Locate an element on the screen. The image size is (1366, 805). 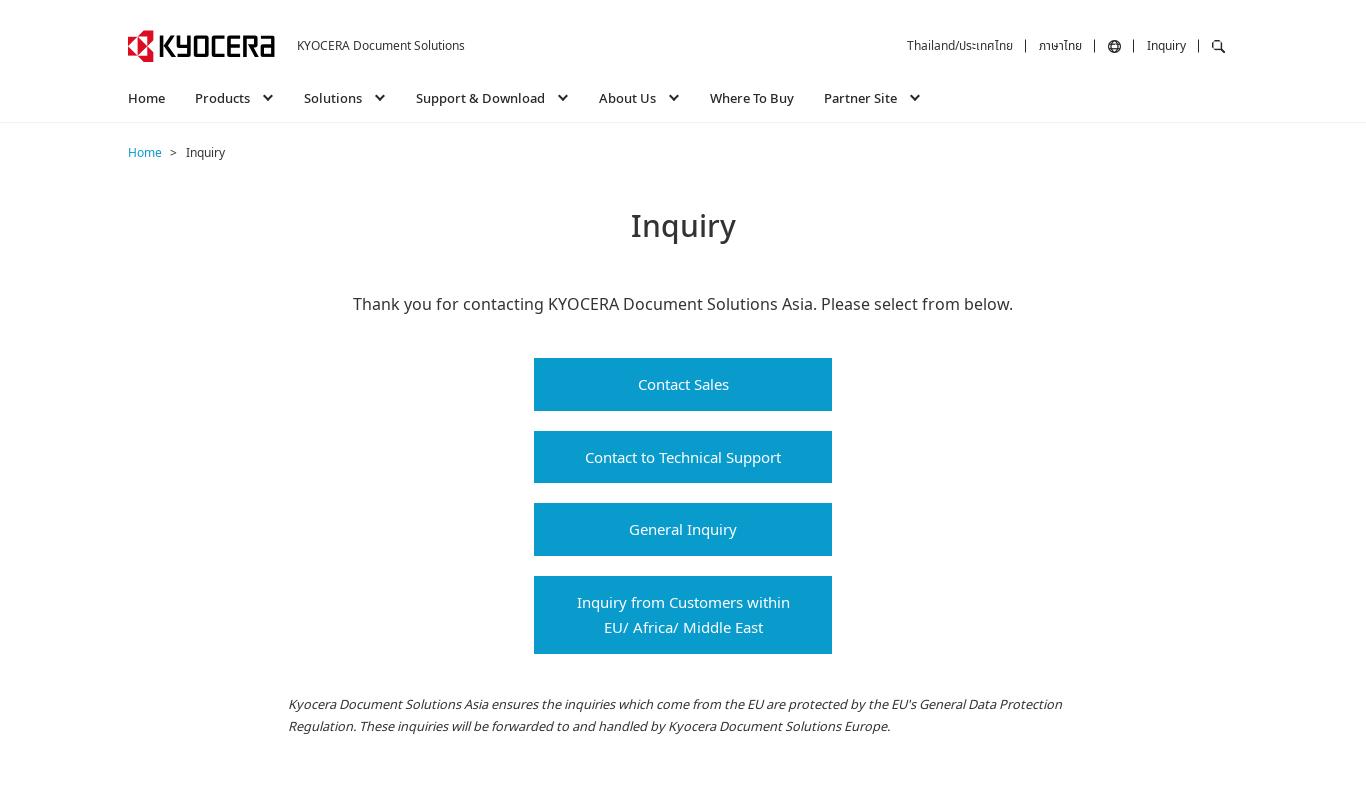
'Products' is located at coordinates (221, 96).